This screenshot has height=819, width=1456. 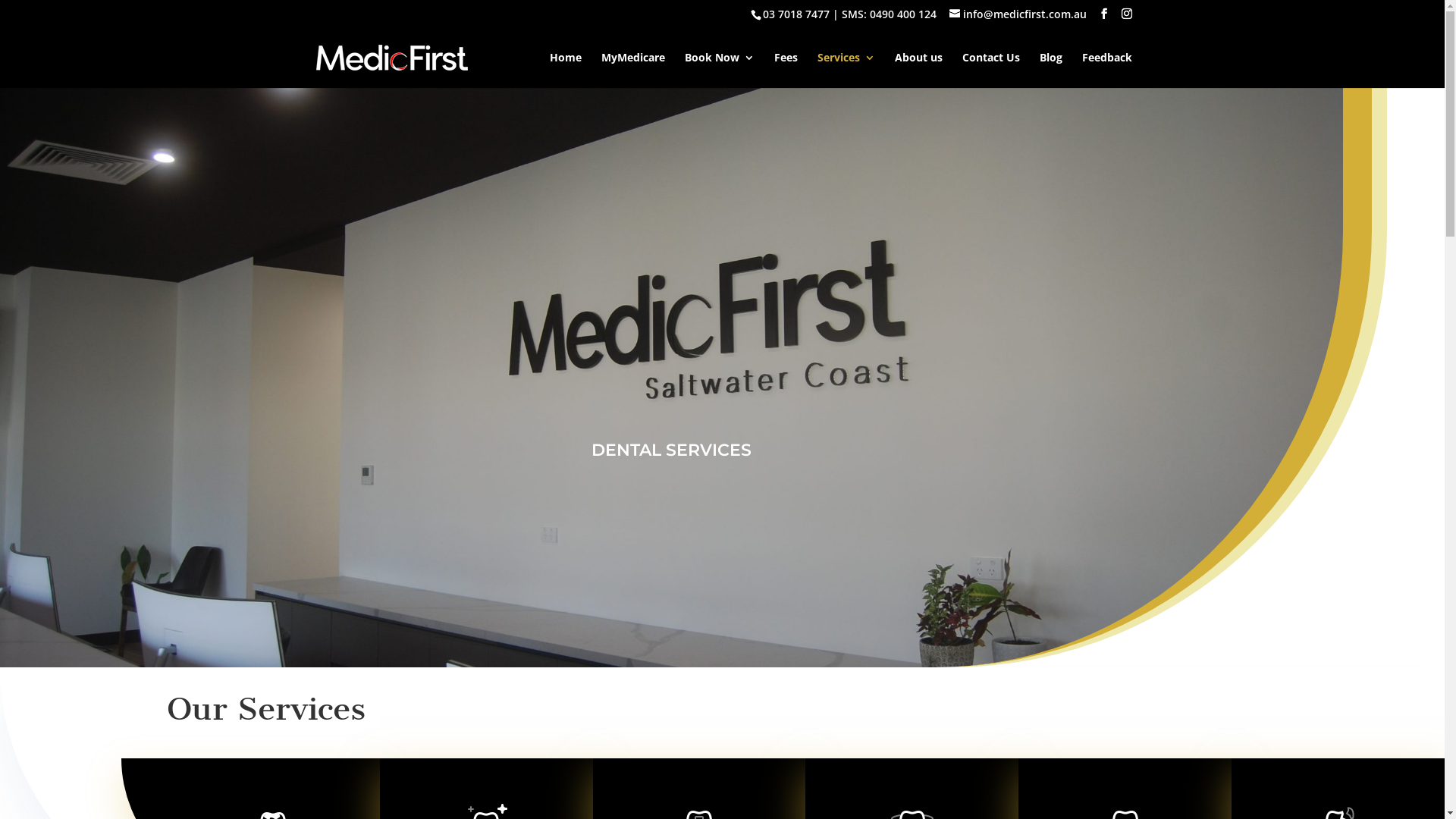 I want to click on 'Services', so click(x=846, y=70).